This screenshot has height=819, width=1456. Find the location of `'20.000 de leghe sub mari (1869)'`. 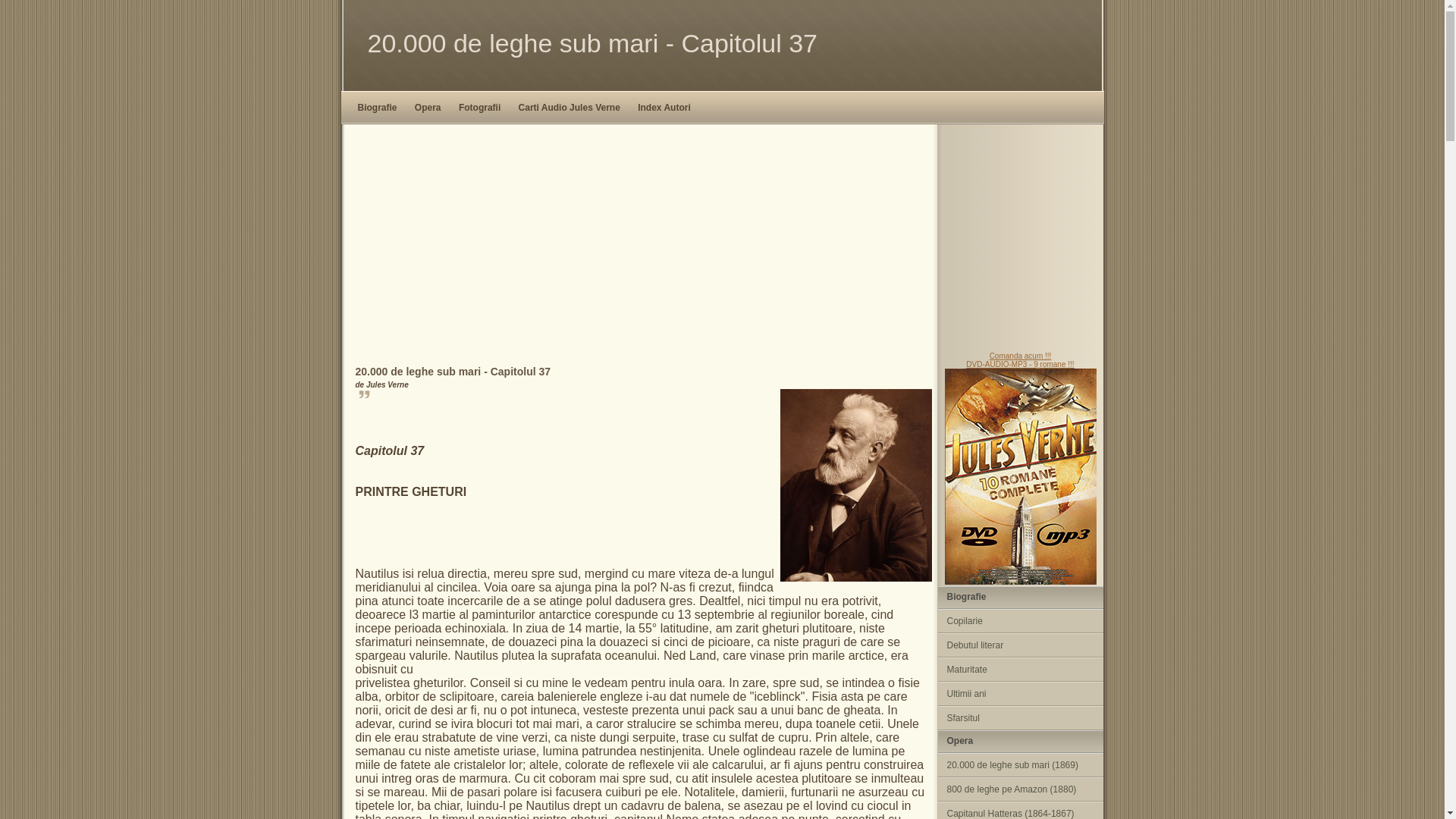

'20.000 de leghe sub mari (1869)' is located at coordinates (1019, 765).